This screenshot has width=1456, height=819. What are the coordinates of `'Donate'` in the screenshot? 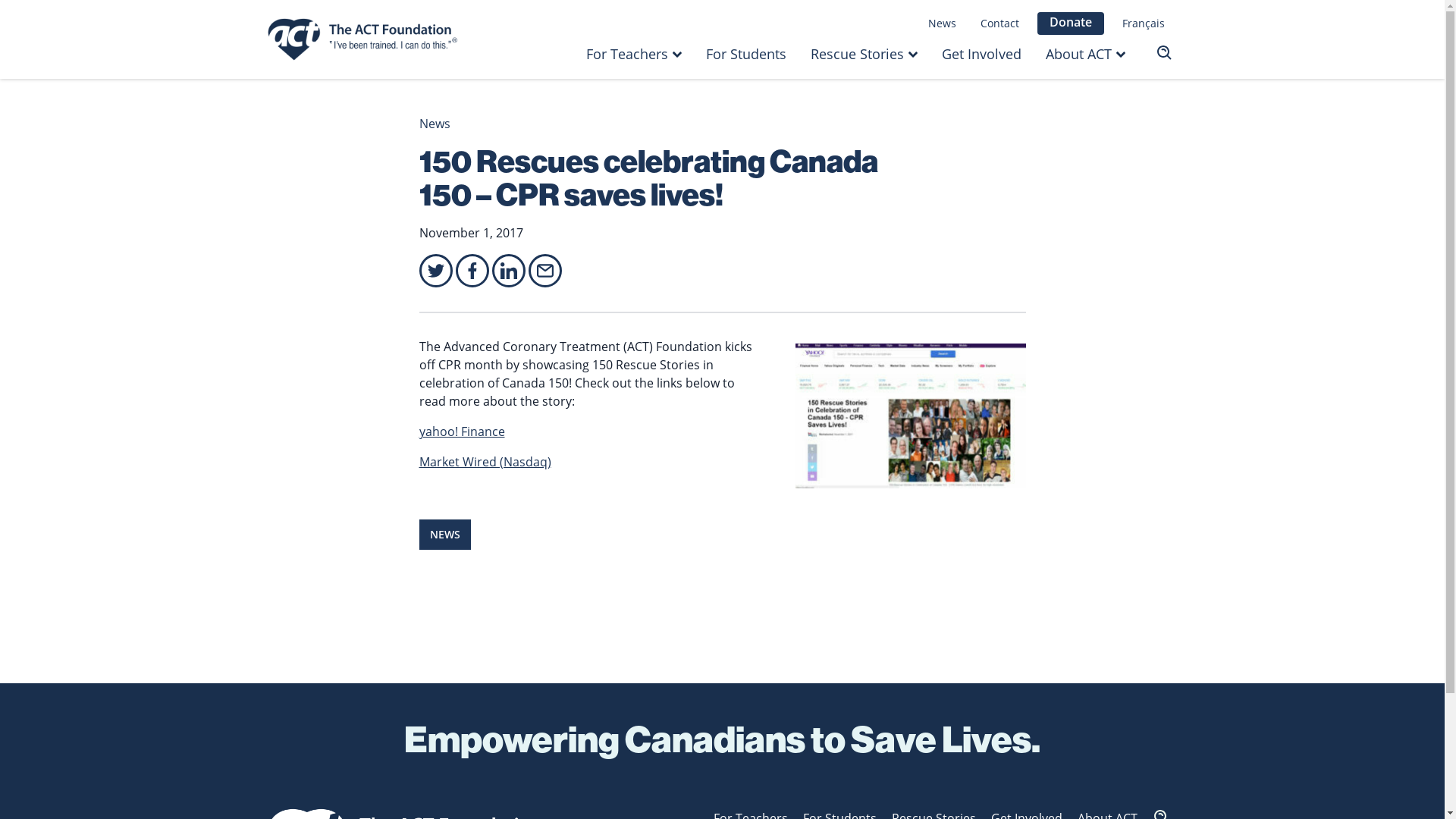 It's located at (1069, 23).